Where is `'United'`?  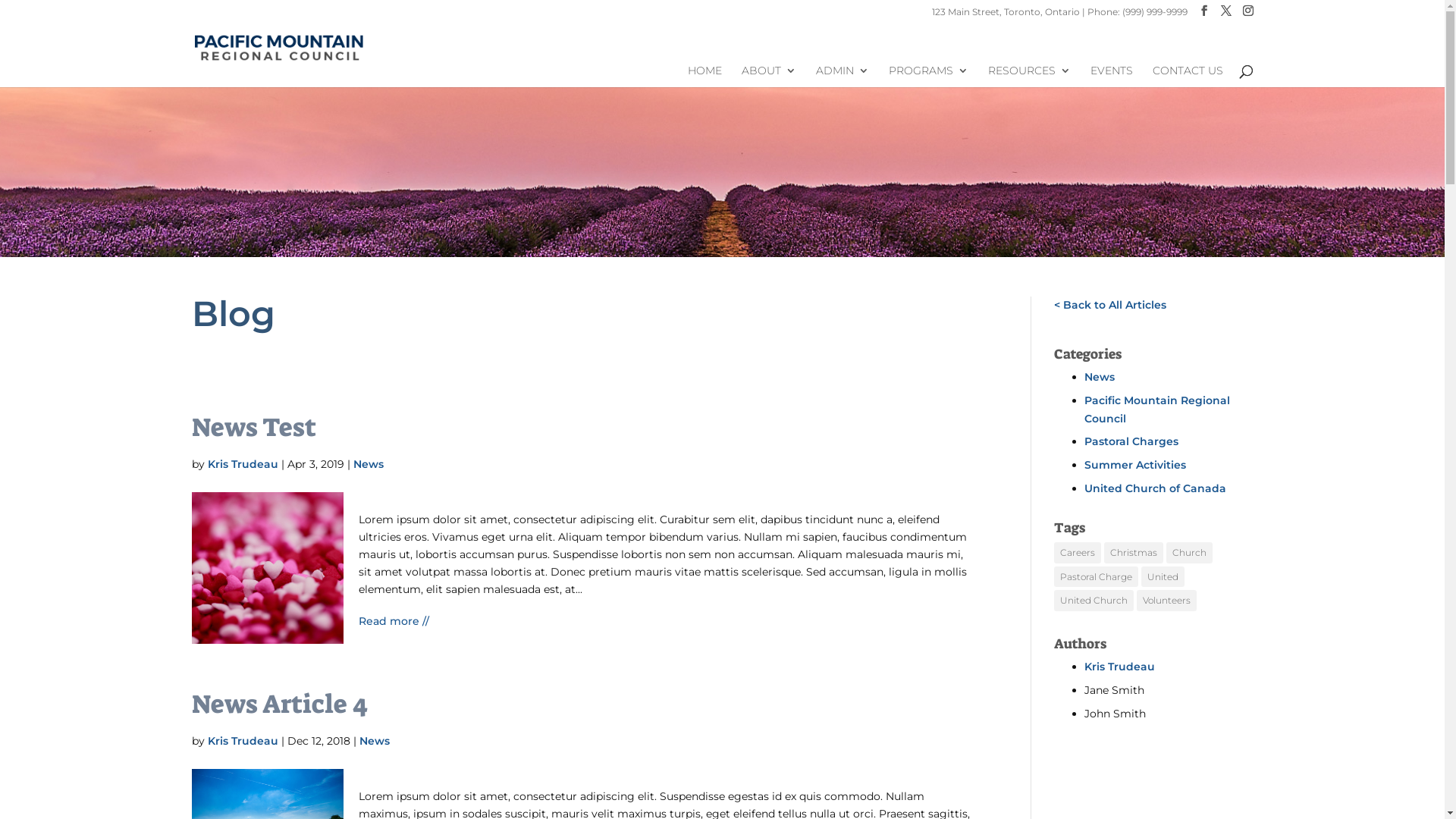 'United' is located at coordinates (1162, 576).